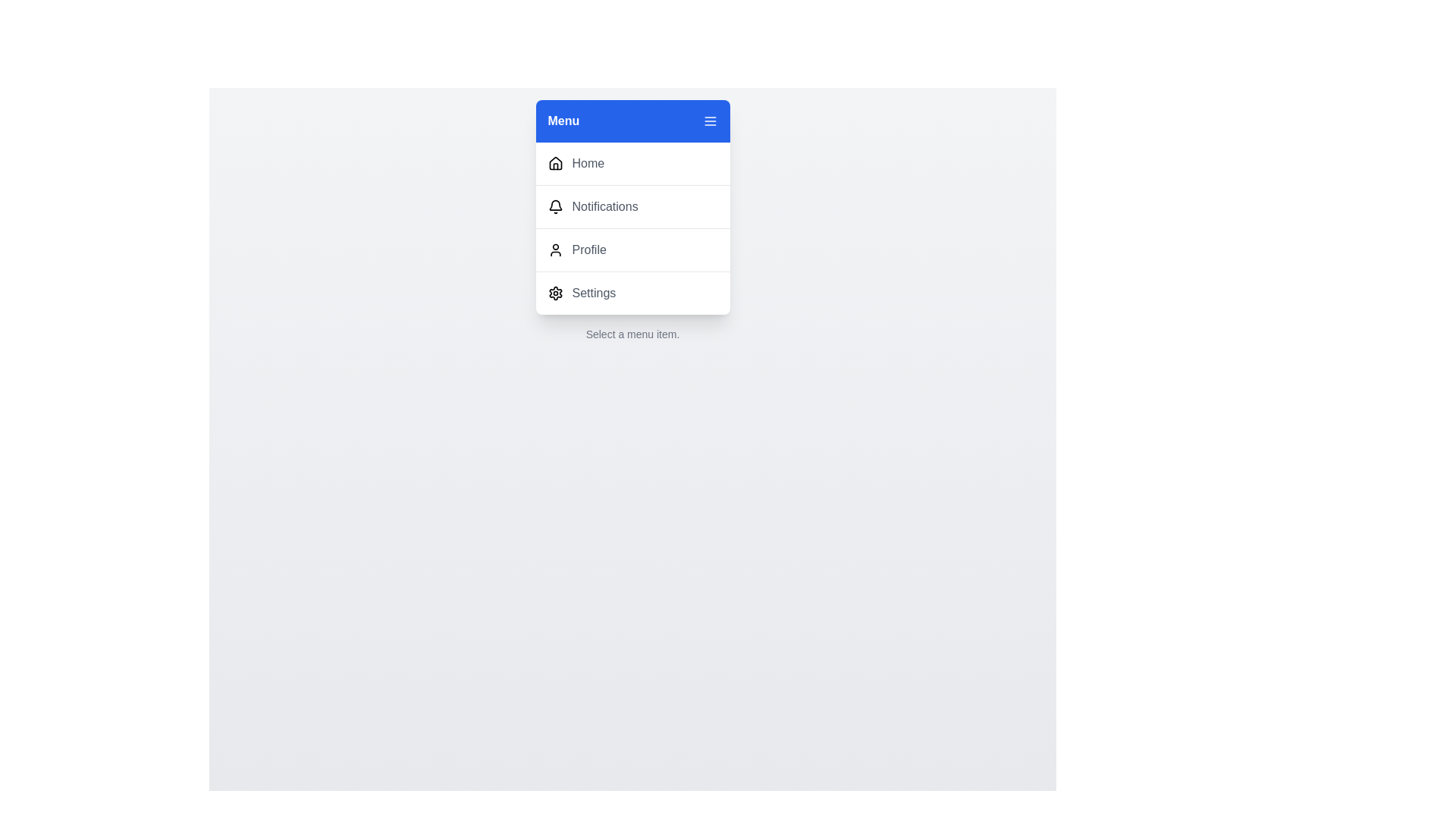  I want to click on the menu item Notifications from the menu, so click(632, 206).